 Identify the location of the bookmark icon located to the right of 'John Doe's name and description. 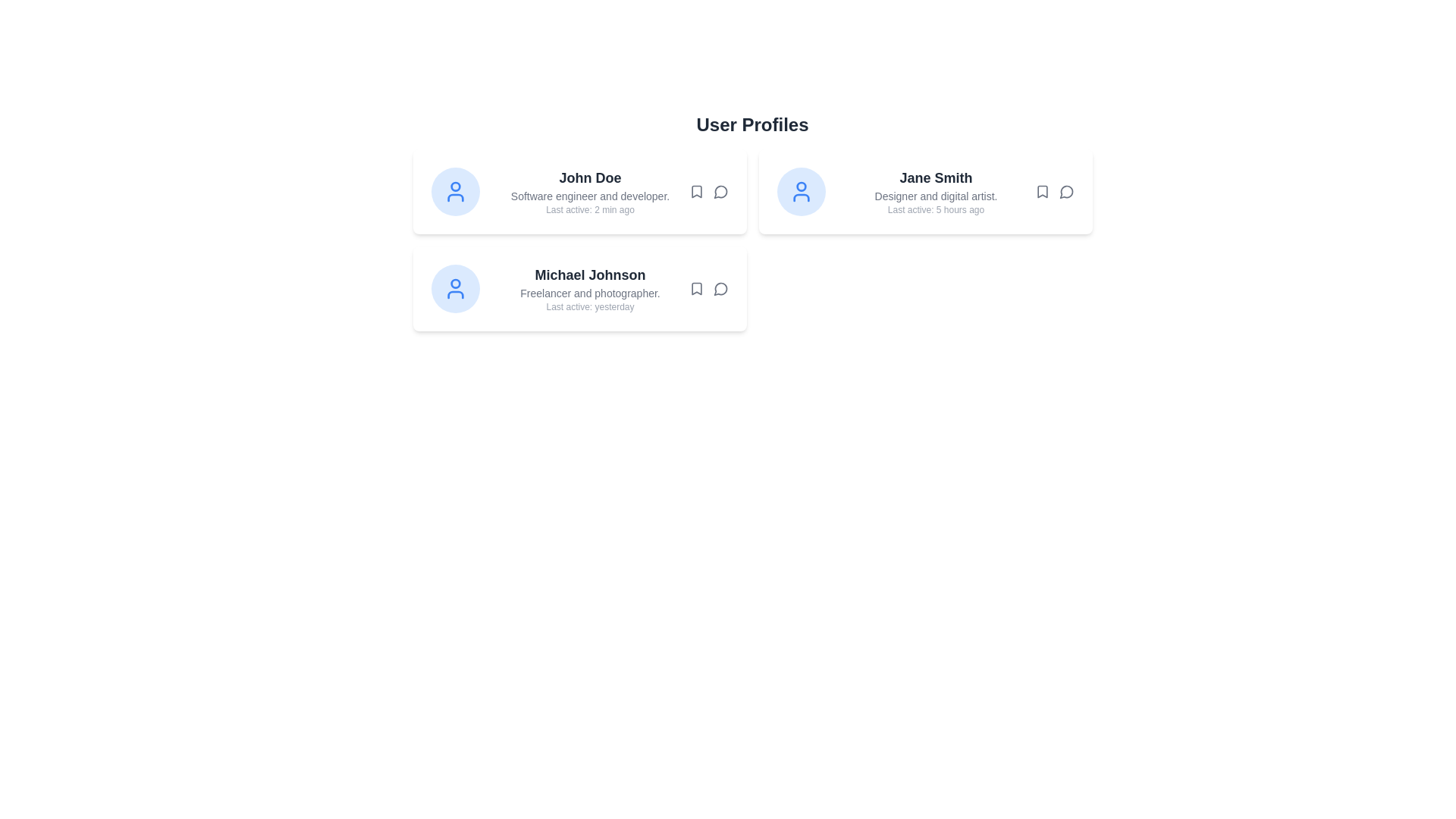
(695, 191).